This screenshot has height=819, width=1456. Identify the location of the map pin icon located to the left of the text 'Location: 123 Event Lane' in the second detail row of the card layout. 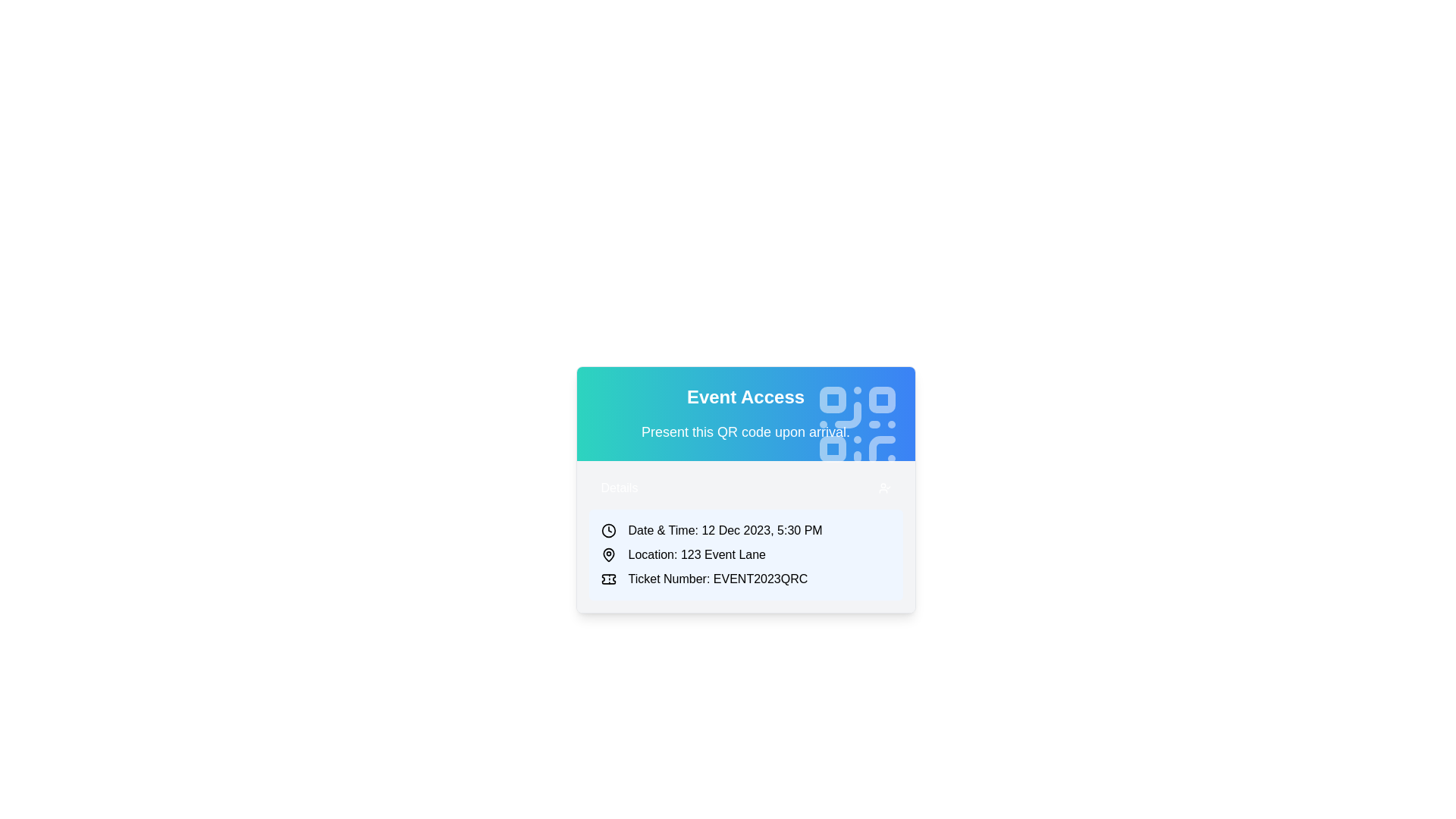
(608, 555).